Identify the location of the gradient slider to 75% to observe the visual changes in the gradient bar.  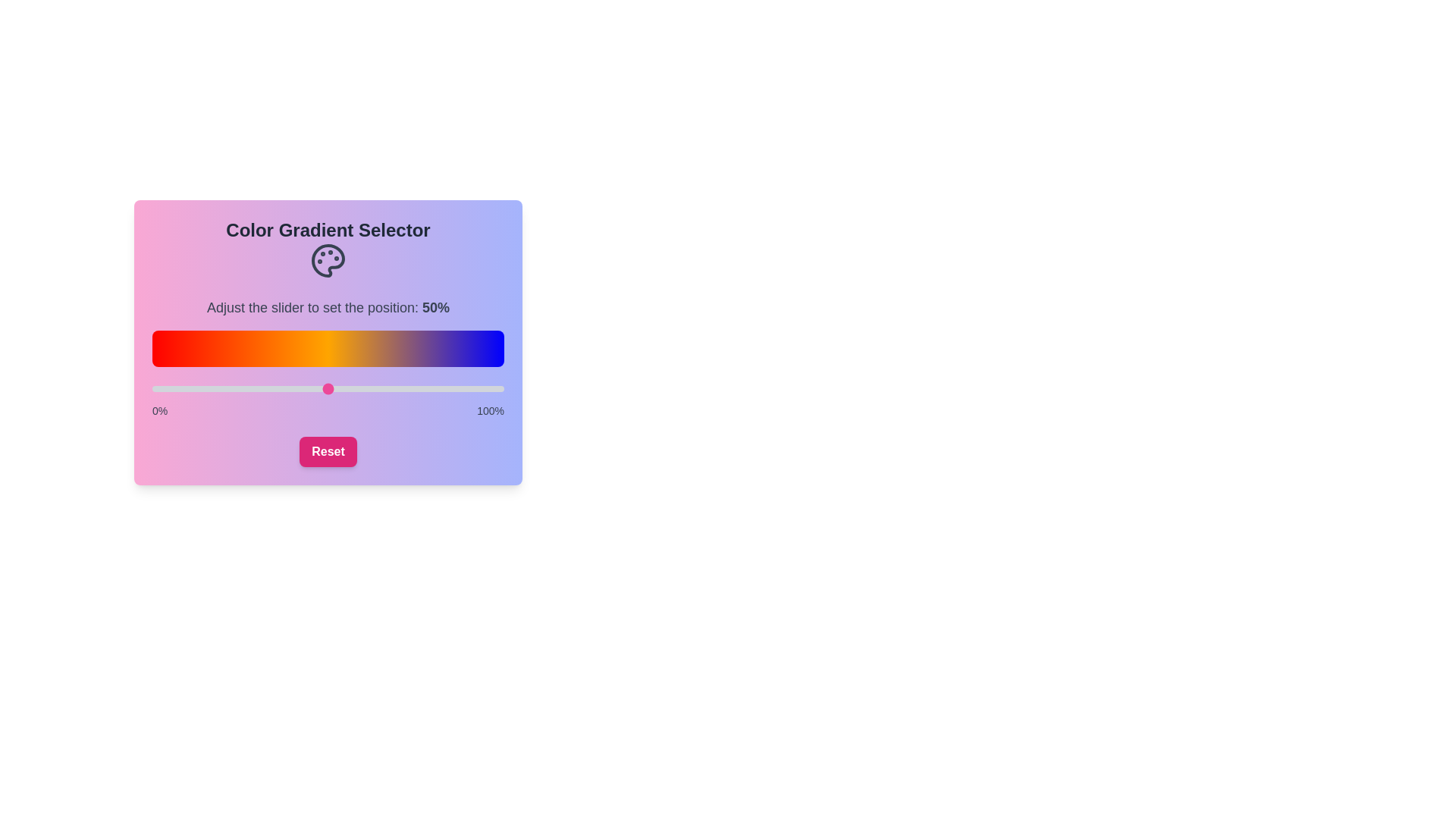
(416, 388).